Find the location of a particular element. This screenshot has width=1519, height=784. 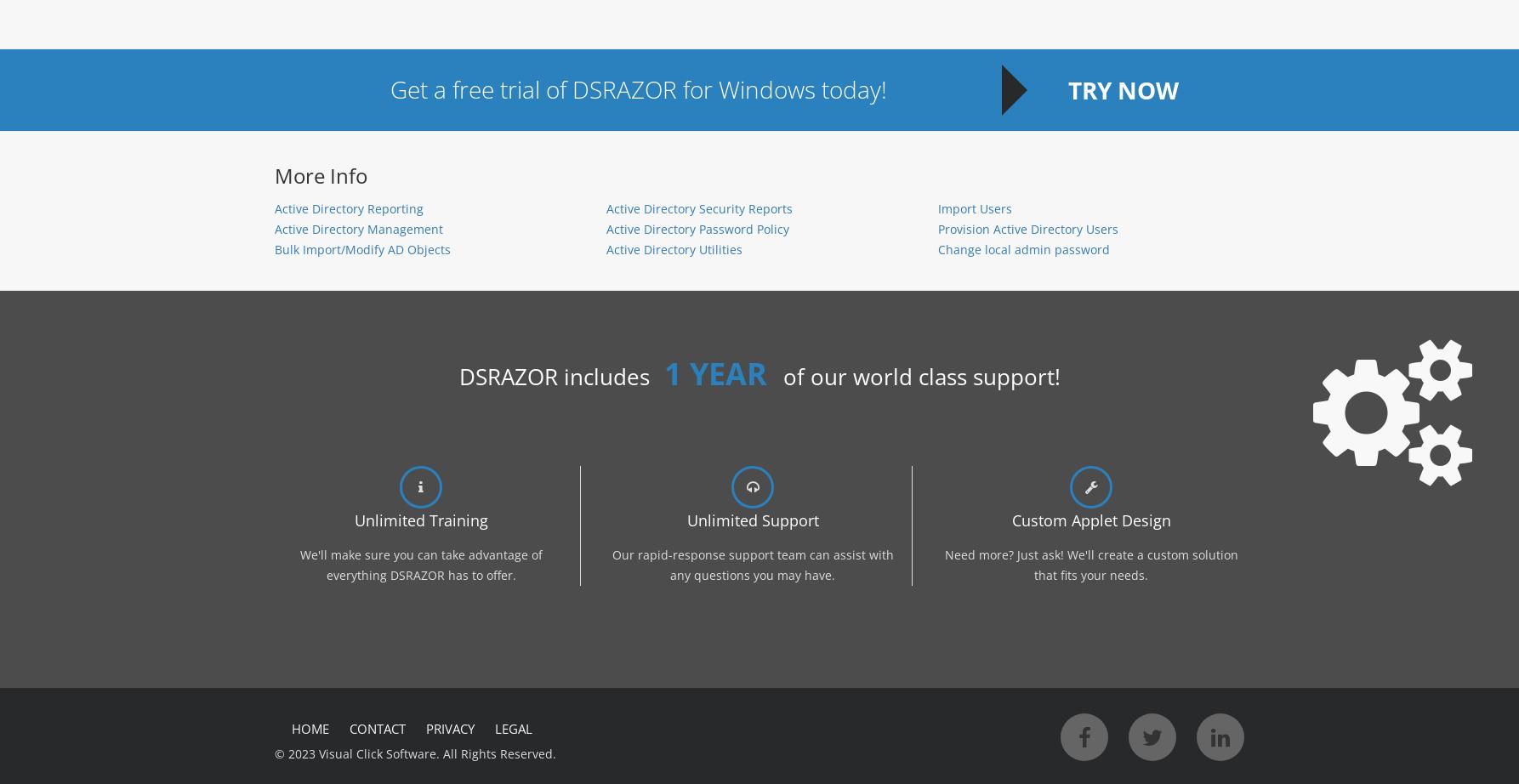

'1 YEAR' is located at coordinates (717, 372).